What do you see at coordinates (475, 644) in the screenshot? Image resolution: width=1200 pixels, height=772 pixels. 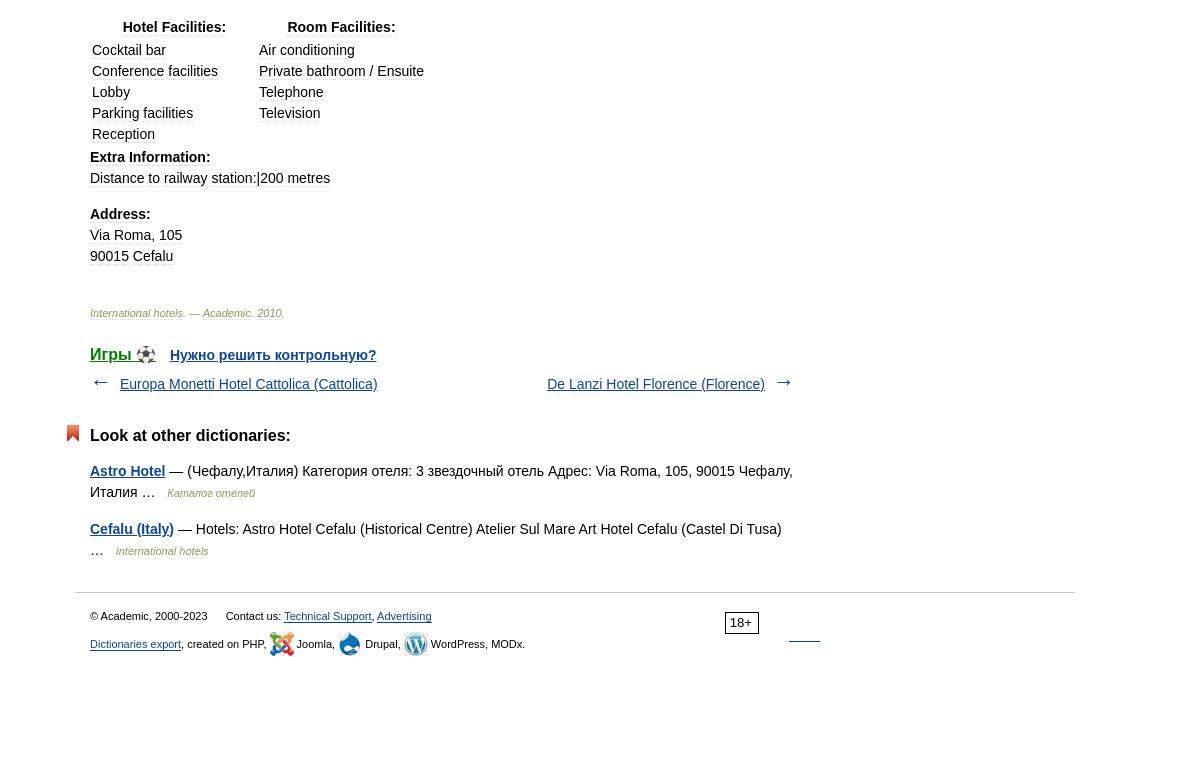 I see `'WordPress, MODx.'` at bounding box center [475, 644].